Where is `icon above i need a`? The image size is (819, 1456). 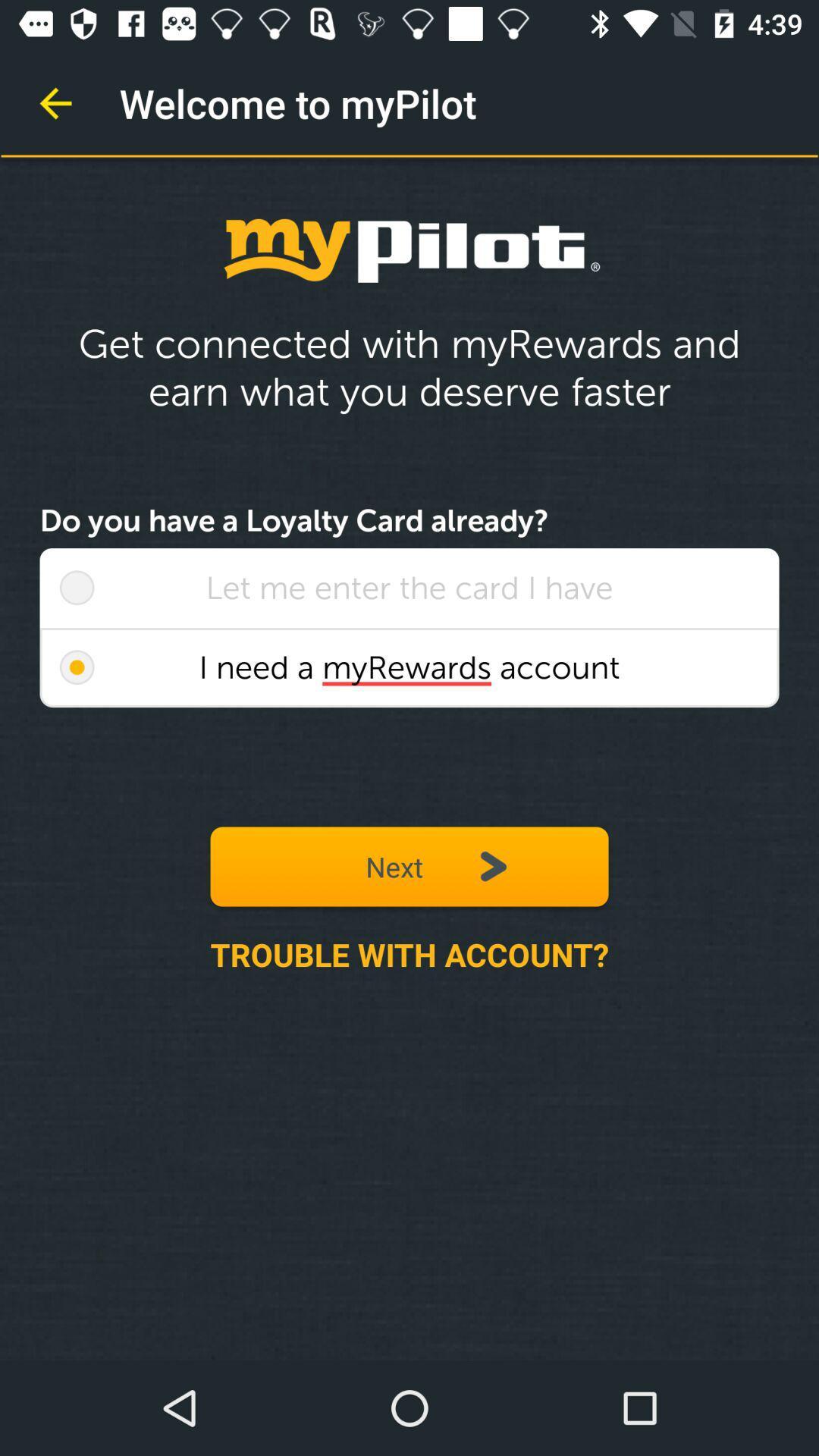
icon above i need a is located at coordinates (409, 587).